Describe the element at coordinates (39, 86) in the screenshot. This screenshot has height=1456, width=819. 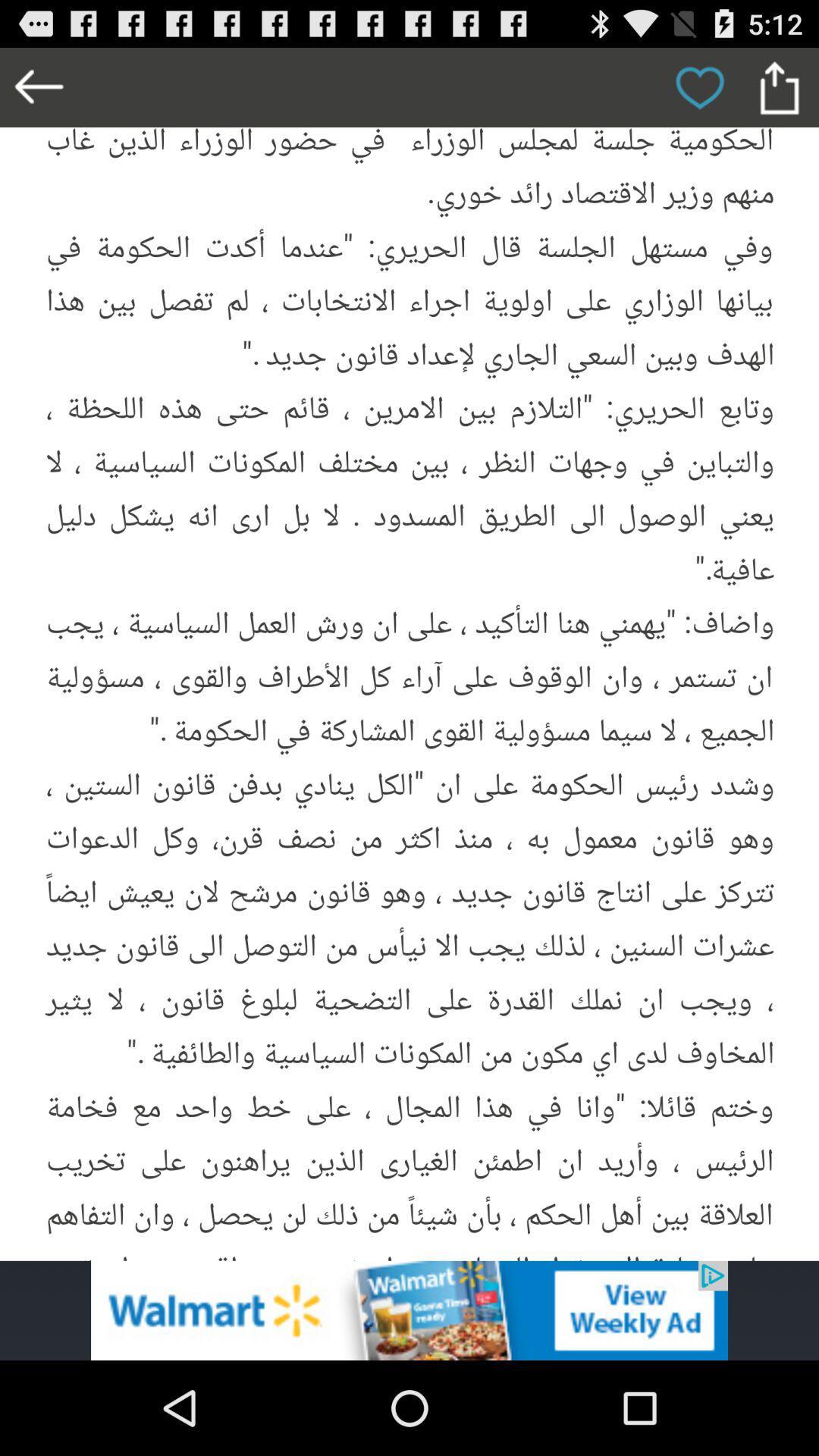
I see `go back` at that location.